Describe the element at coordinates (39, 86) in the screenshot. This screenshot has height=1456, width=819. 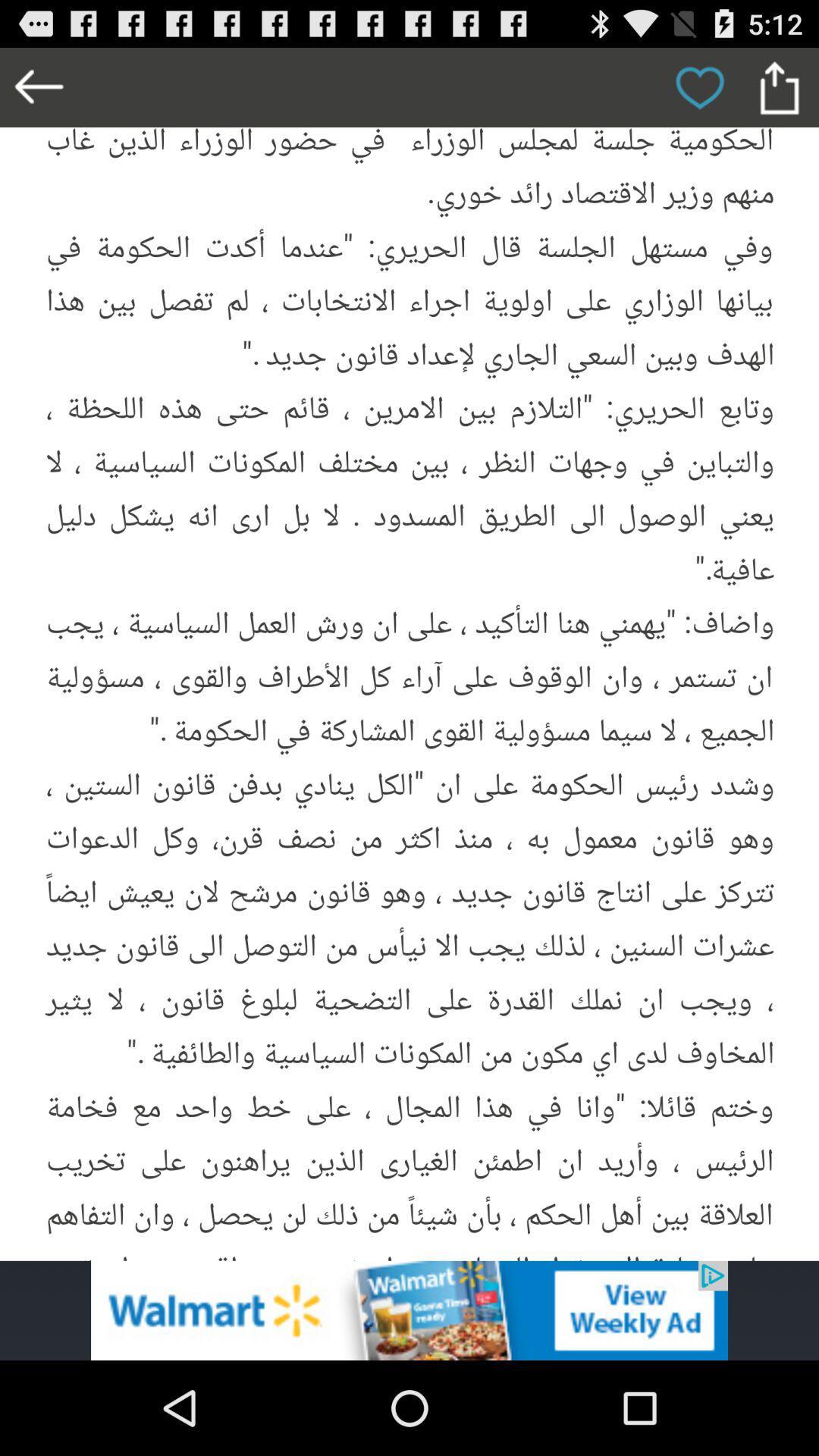
I see `go back` at that location.